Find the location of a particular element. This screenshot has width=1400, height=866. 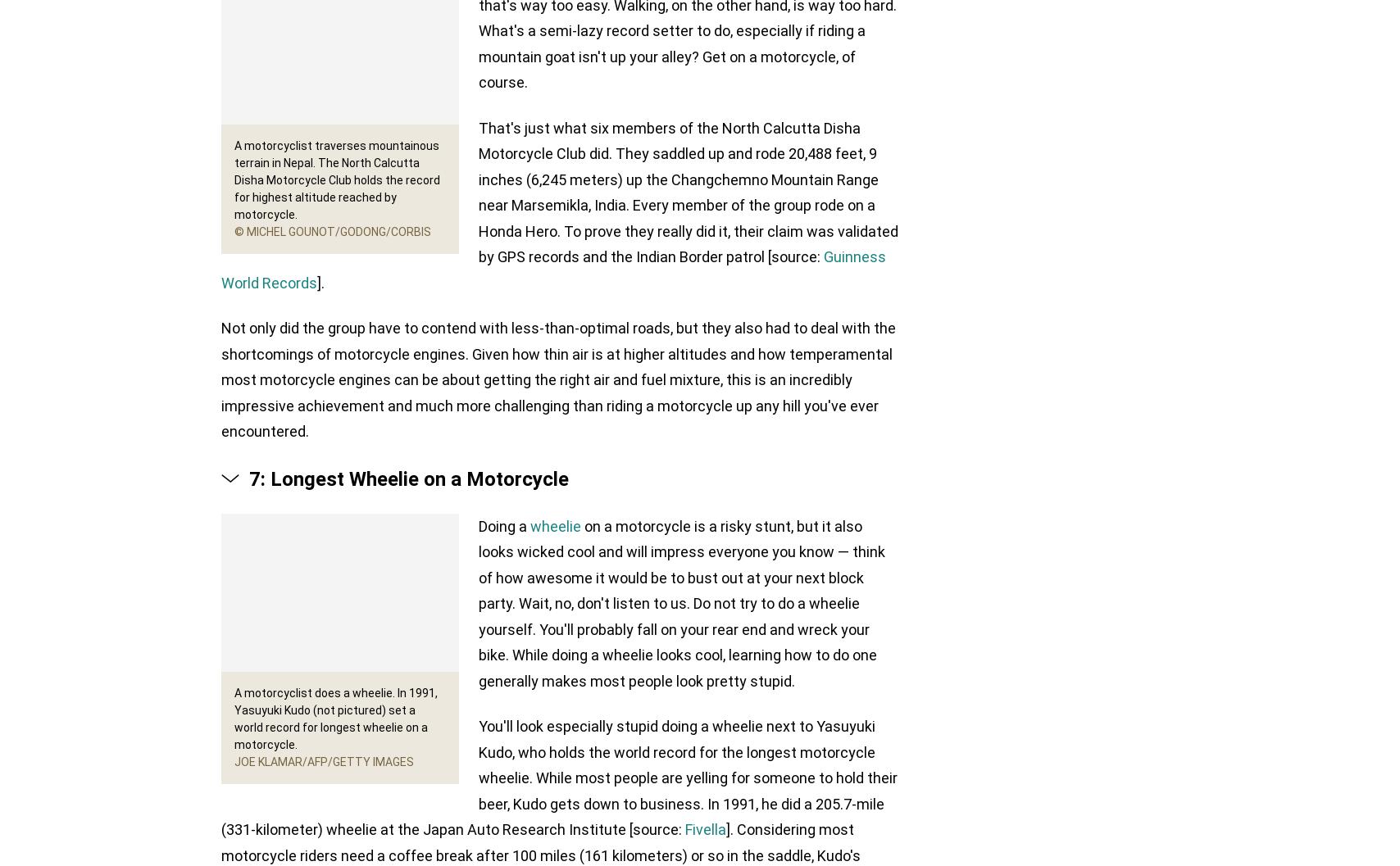

'That's just what six members of the North Calcutta Disha Motorcycle Club did. They saddled up and rode 20,488 feet, 9 inches (6,245 meters) up the Changchemno Mountain Range near Marsemikla, India. Every member of the group rode on a Honda Hero. To prove they really did it, their claim was validated by GPS records and the Indian Border patrol [source:' is located at coordinates (688, 191).